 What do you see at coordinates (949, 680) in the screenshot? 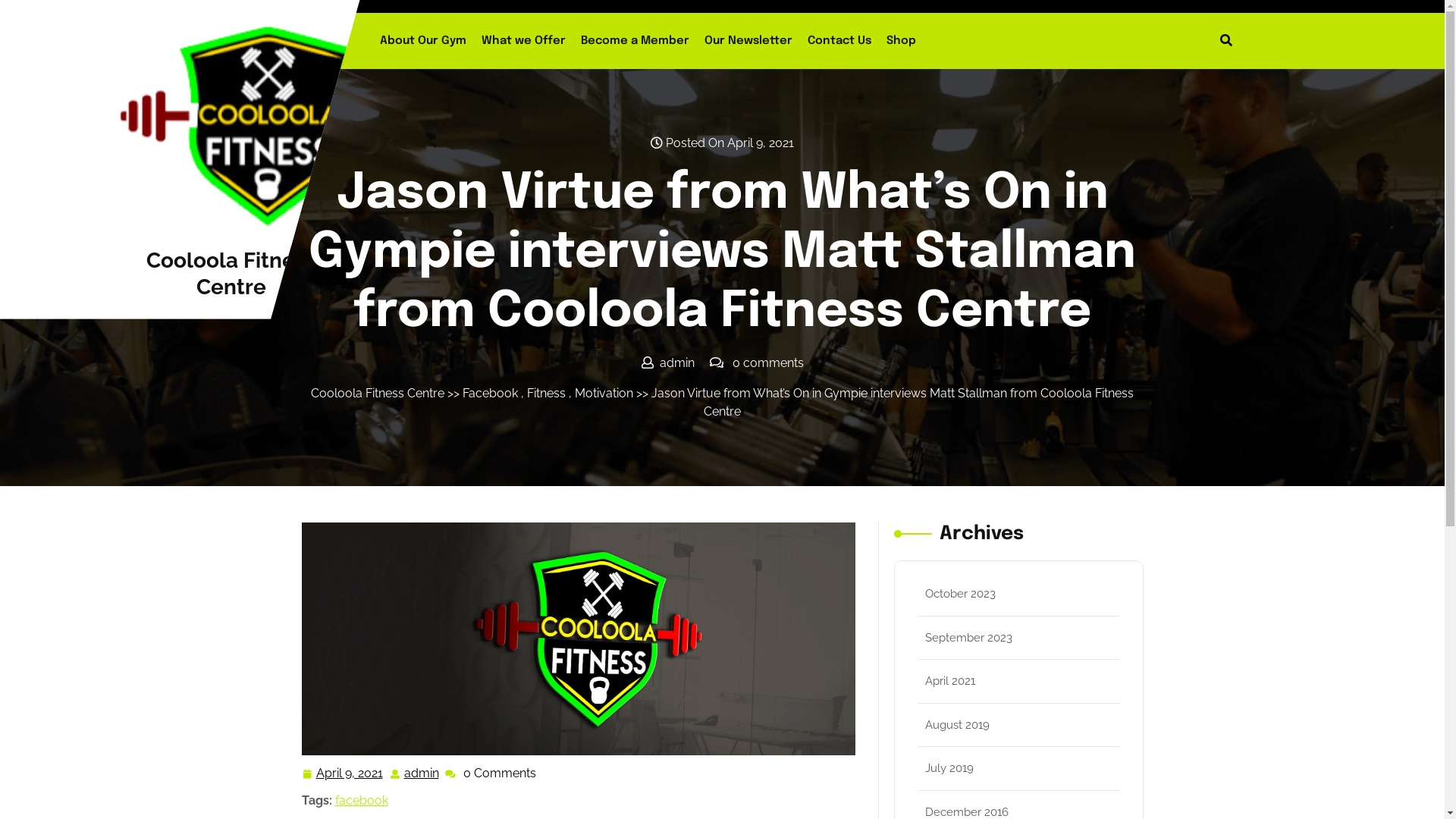
I see `'April 2021'` at bounding box center [949, 680].